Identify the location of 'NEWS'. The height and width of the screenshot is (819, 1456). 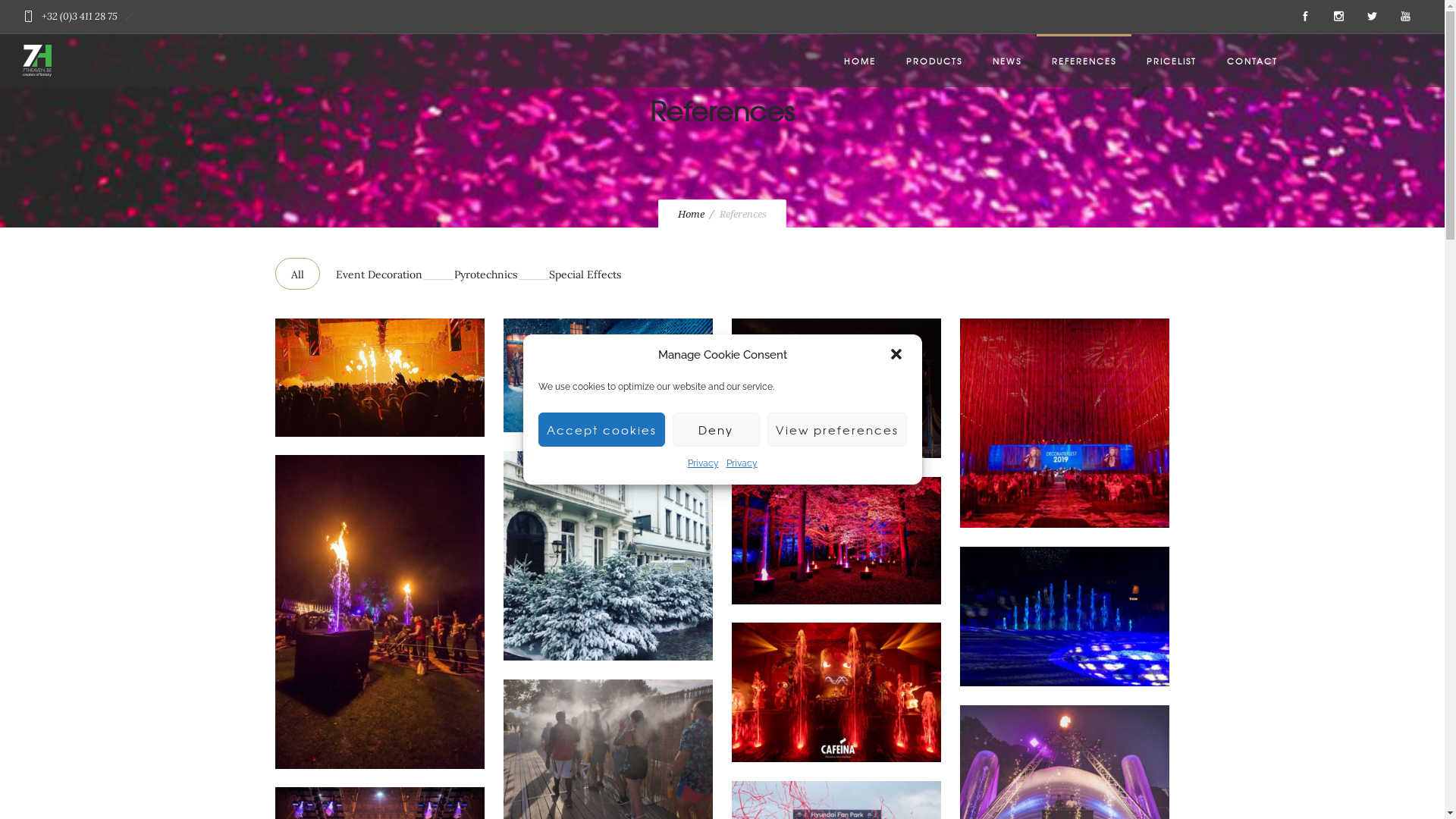
(1007, 60).